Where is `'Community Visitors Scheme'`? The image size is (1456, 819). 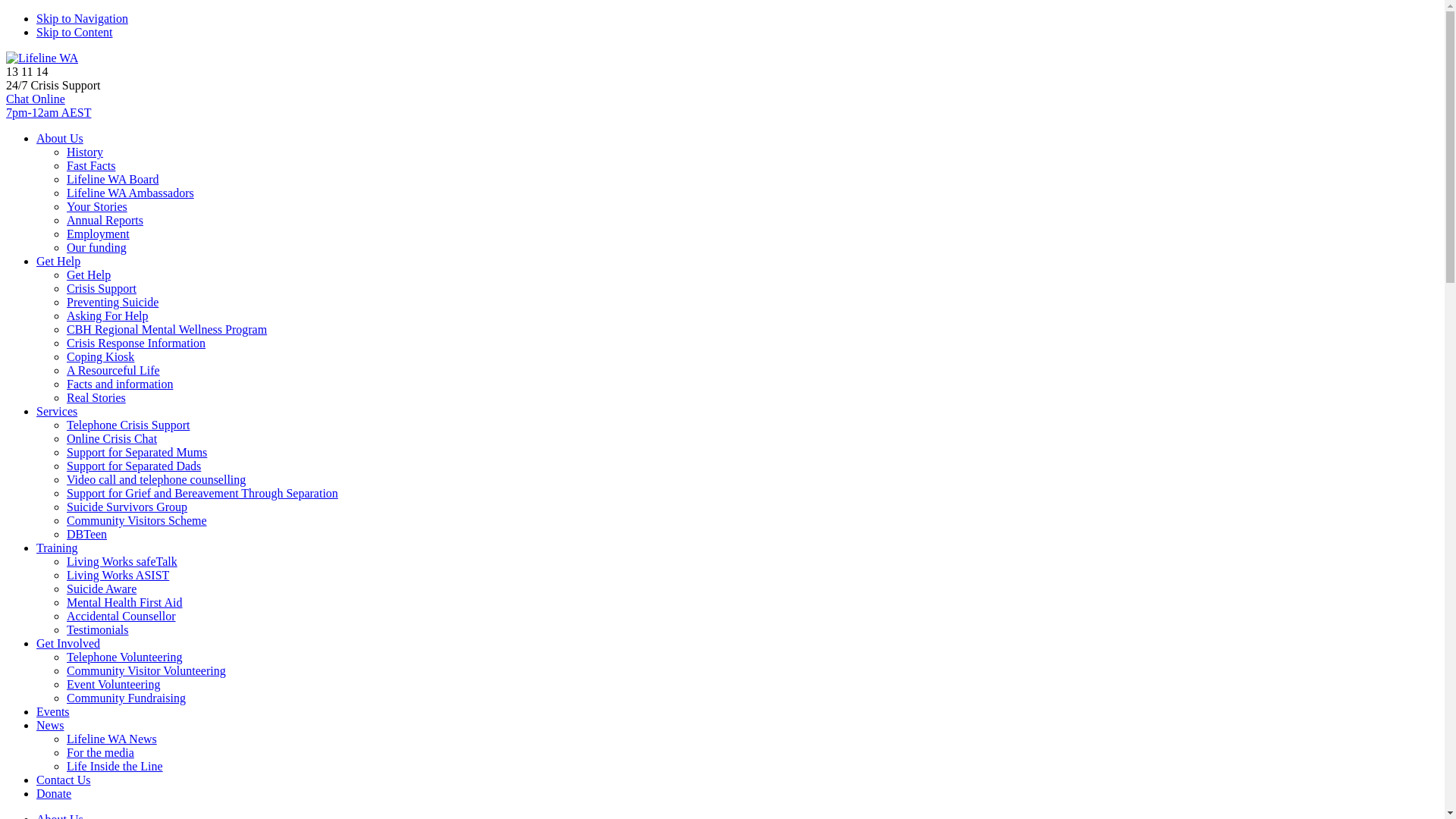 'Community Visitors Scheme' is located at coordinates (136, 519).